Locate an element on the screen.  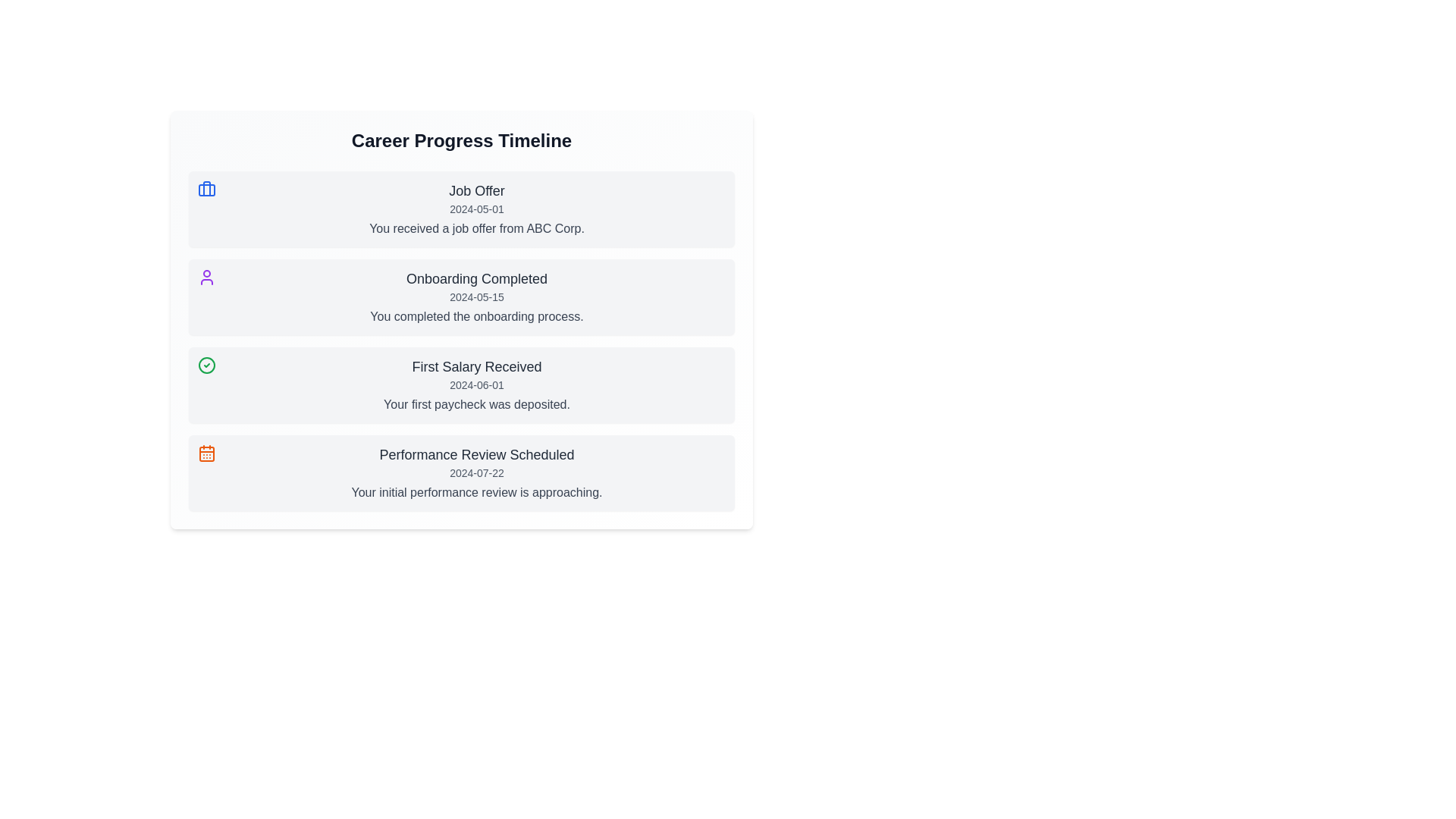
the SVG circle element that visually indicates the status of the 'First Salary Received' milestone in the timeline is located at coordinates (206, 366).